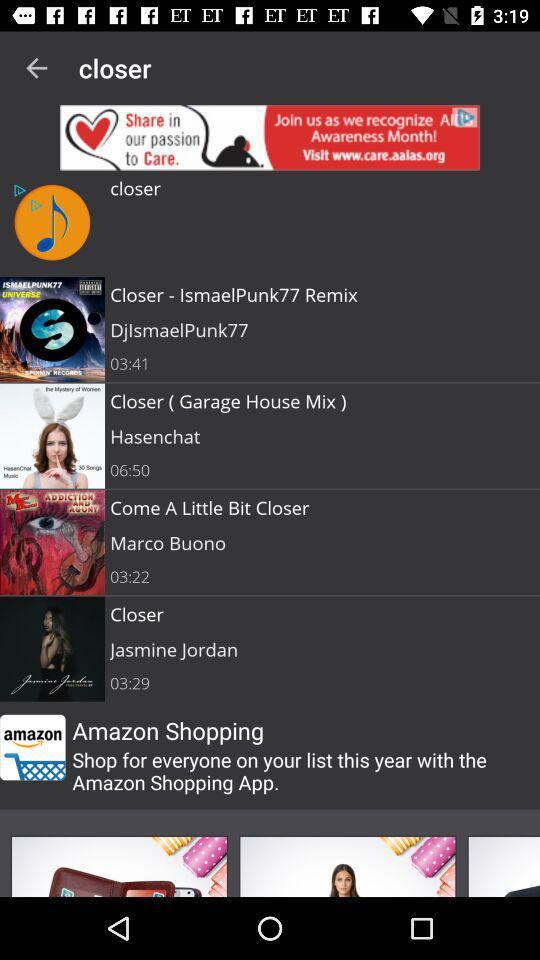  Describe the element at coordinates (31, 746) in the screenshot. I see `amazon icon` at that location.